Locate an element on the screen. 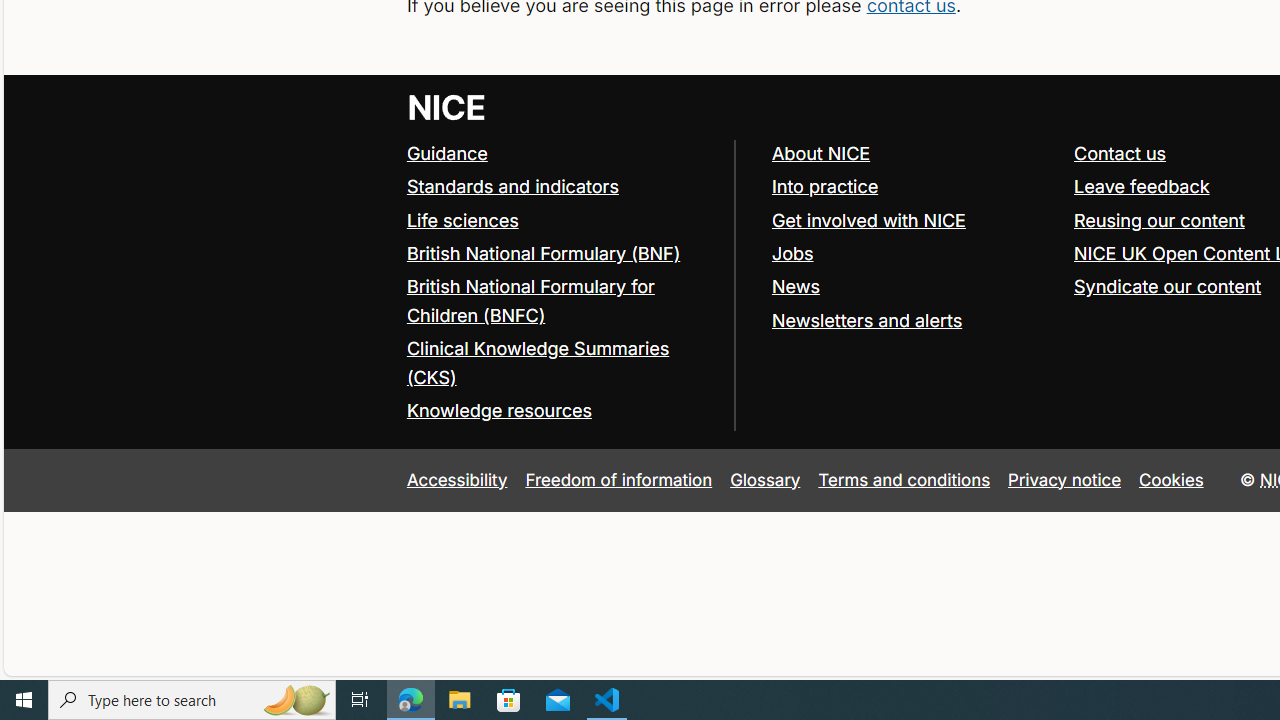 Image resolution: width=1280 pixels, height=720 pixels. 'Life sciences' is located at coordinates (461, 219).